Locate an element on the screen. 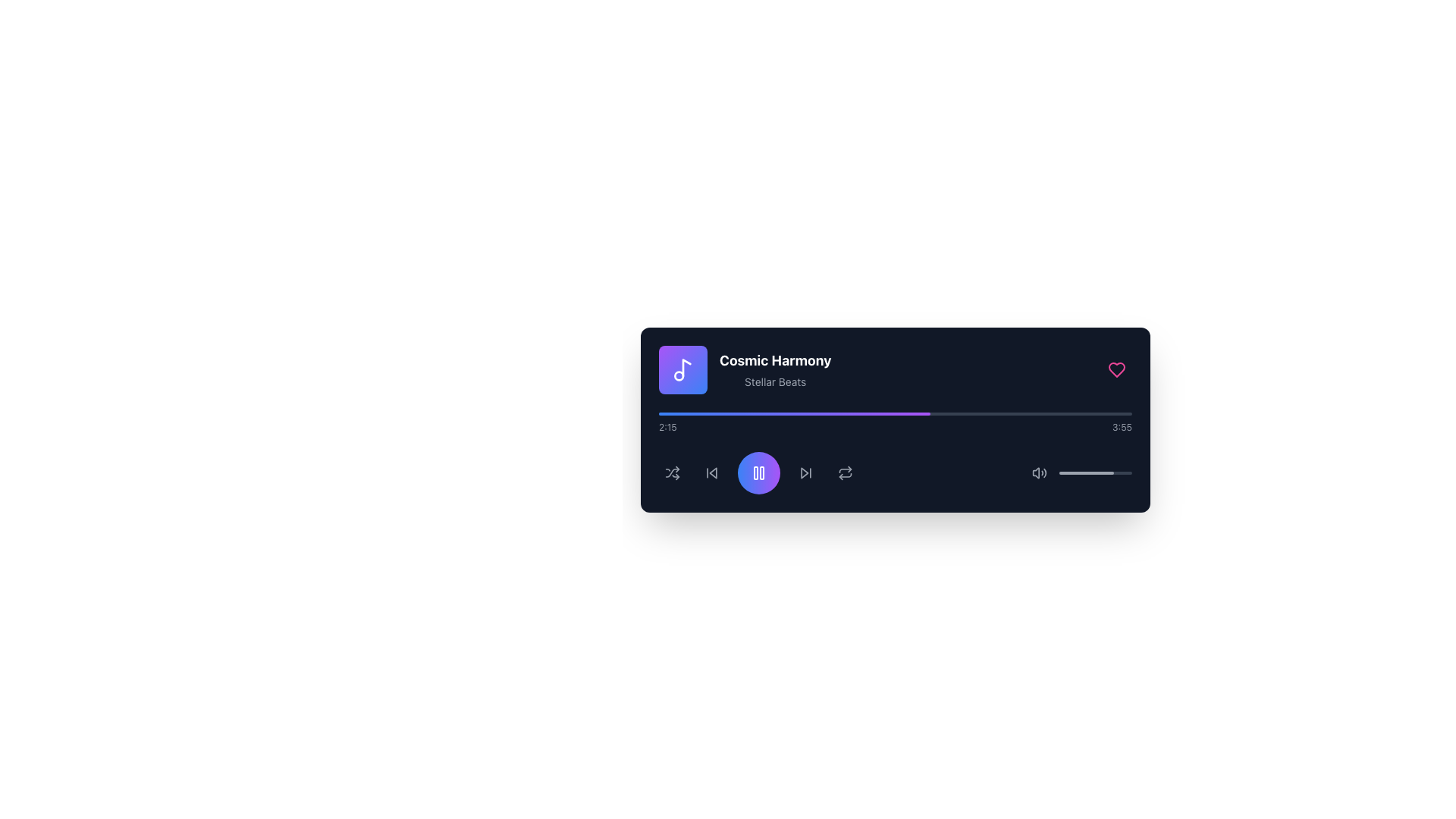 This screenshot has width=1456, height=819. the small circular dot element that is part of the music-related icon located in the lower-left corner of the icon is located at coordinates (678, 375).